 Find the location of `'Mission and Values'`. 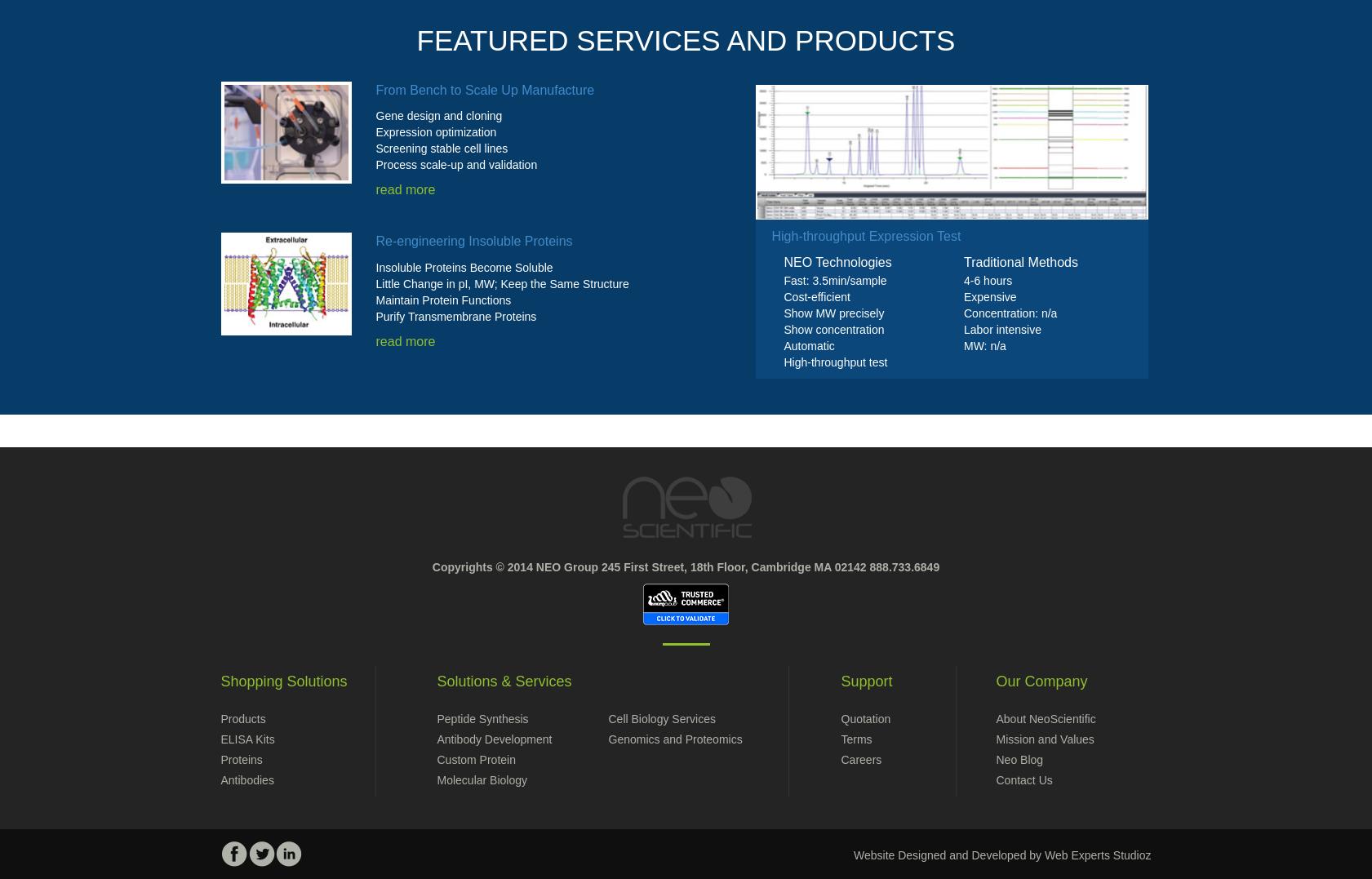

'Mission and Values' is located at coordinates (1045, 739).